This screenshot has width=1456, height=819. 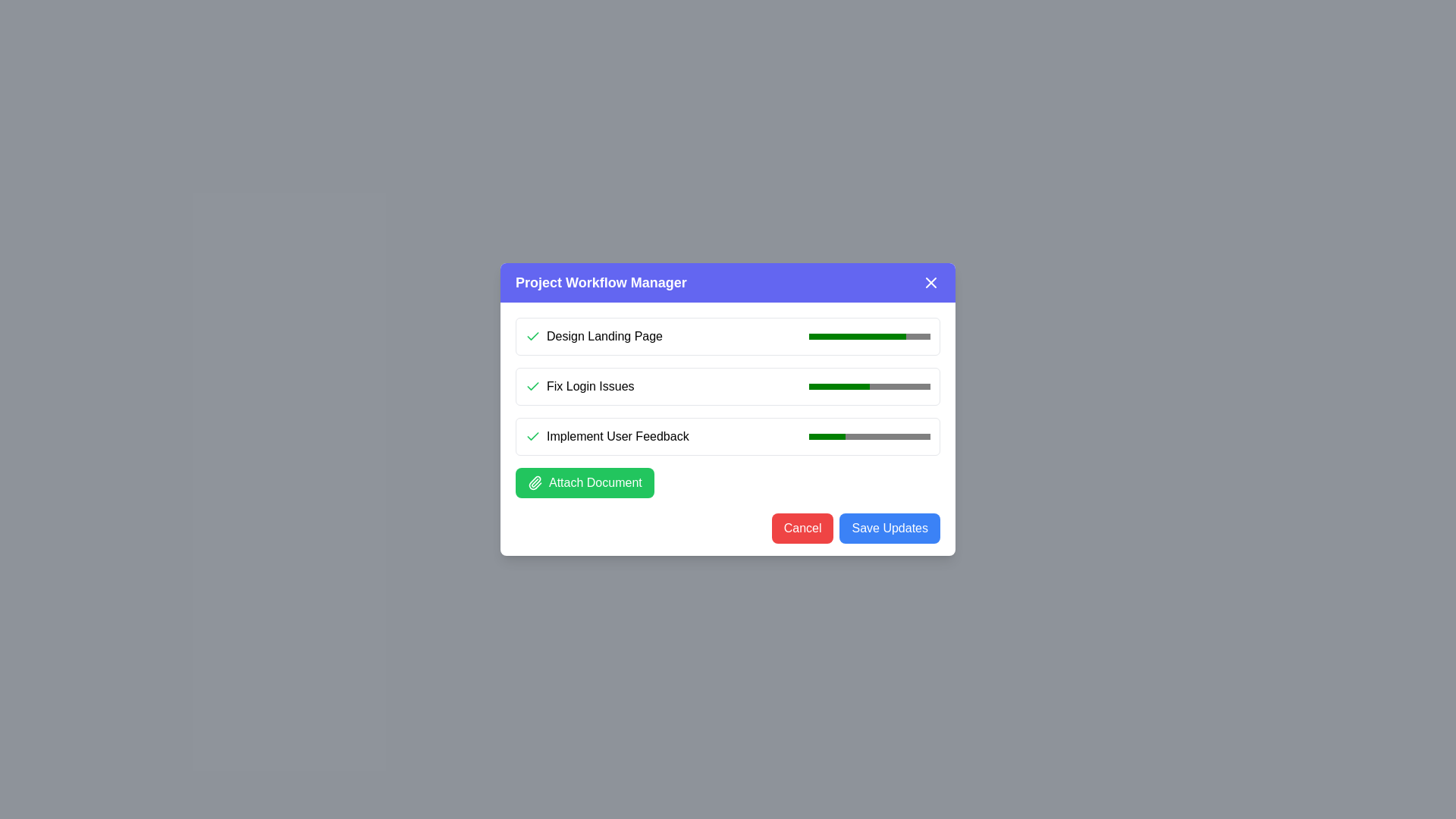 I want to click on the static text element that serves as the title of the modal window for managing project workflow, located in the top-left portion of a purple bar at the top of the modal, so click(x=600, y=283).